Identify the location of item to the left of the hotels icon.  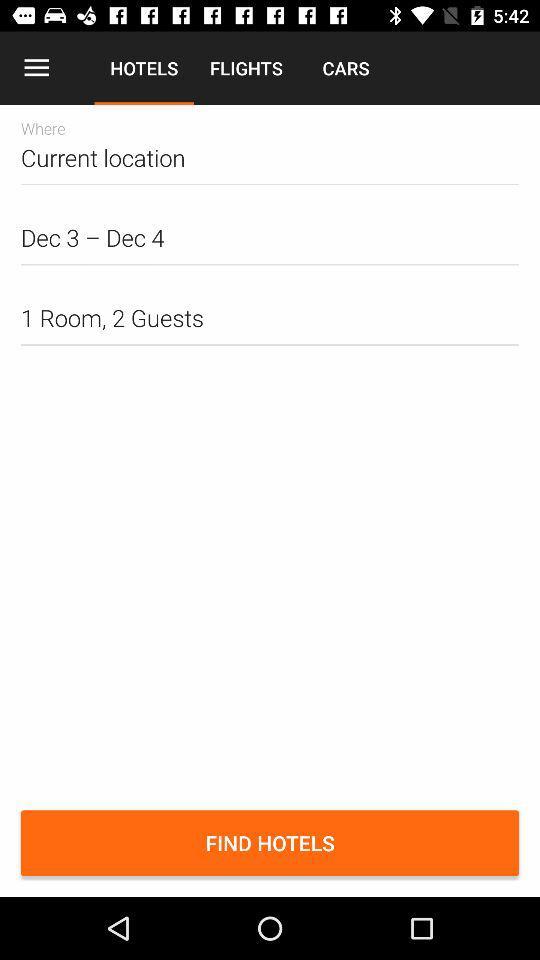
(36, 68).